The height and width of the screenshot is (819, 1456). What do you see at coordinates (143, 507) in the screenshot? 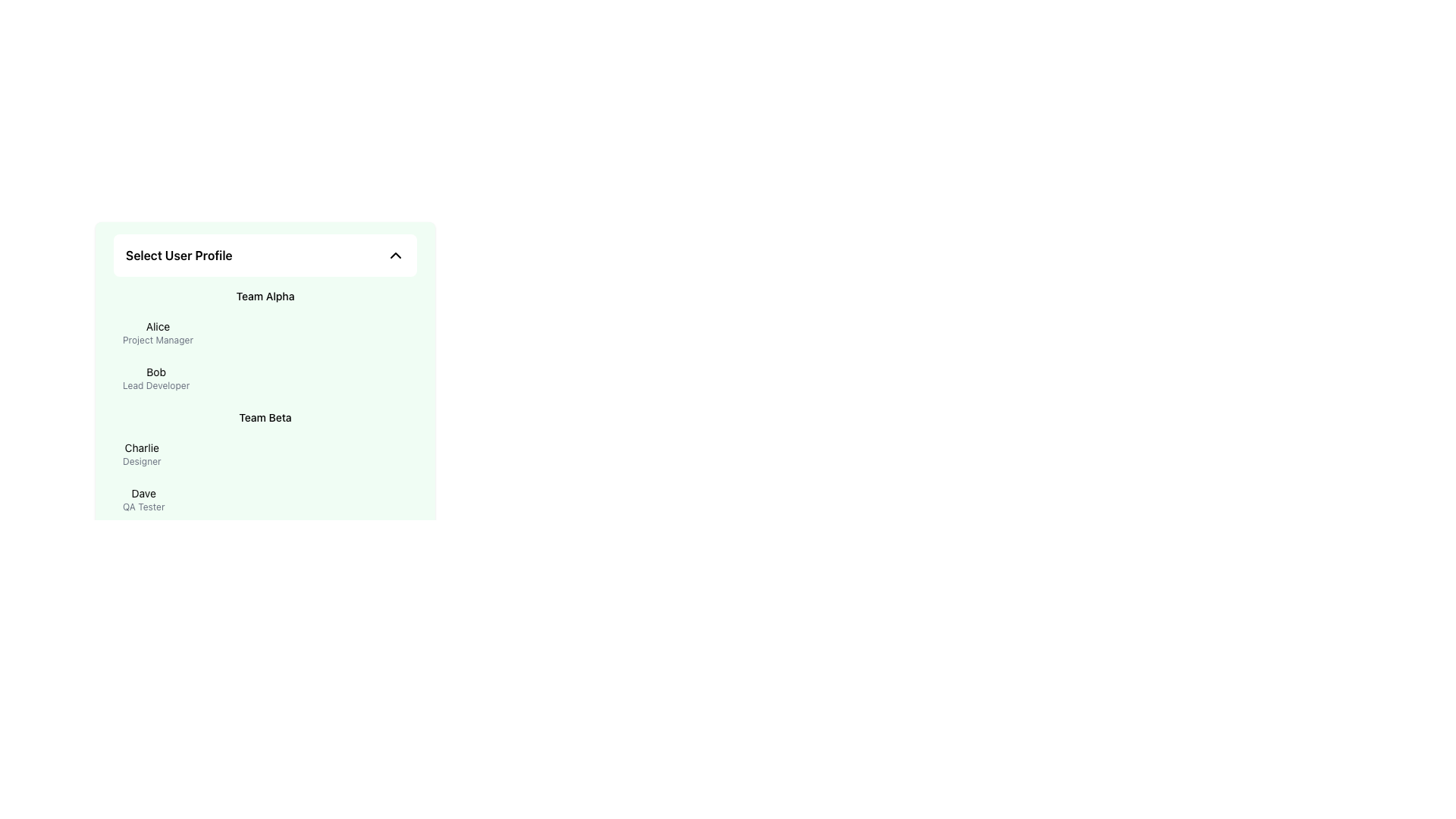
I see `the static text label displaying 'QA Tester', which is styled in gray and located below the label 'Dave' within the 'Team Beta' section` at bounding box center [143, 507].